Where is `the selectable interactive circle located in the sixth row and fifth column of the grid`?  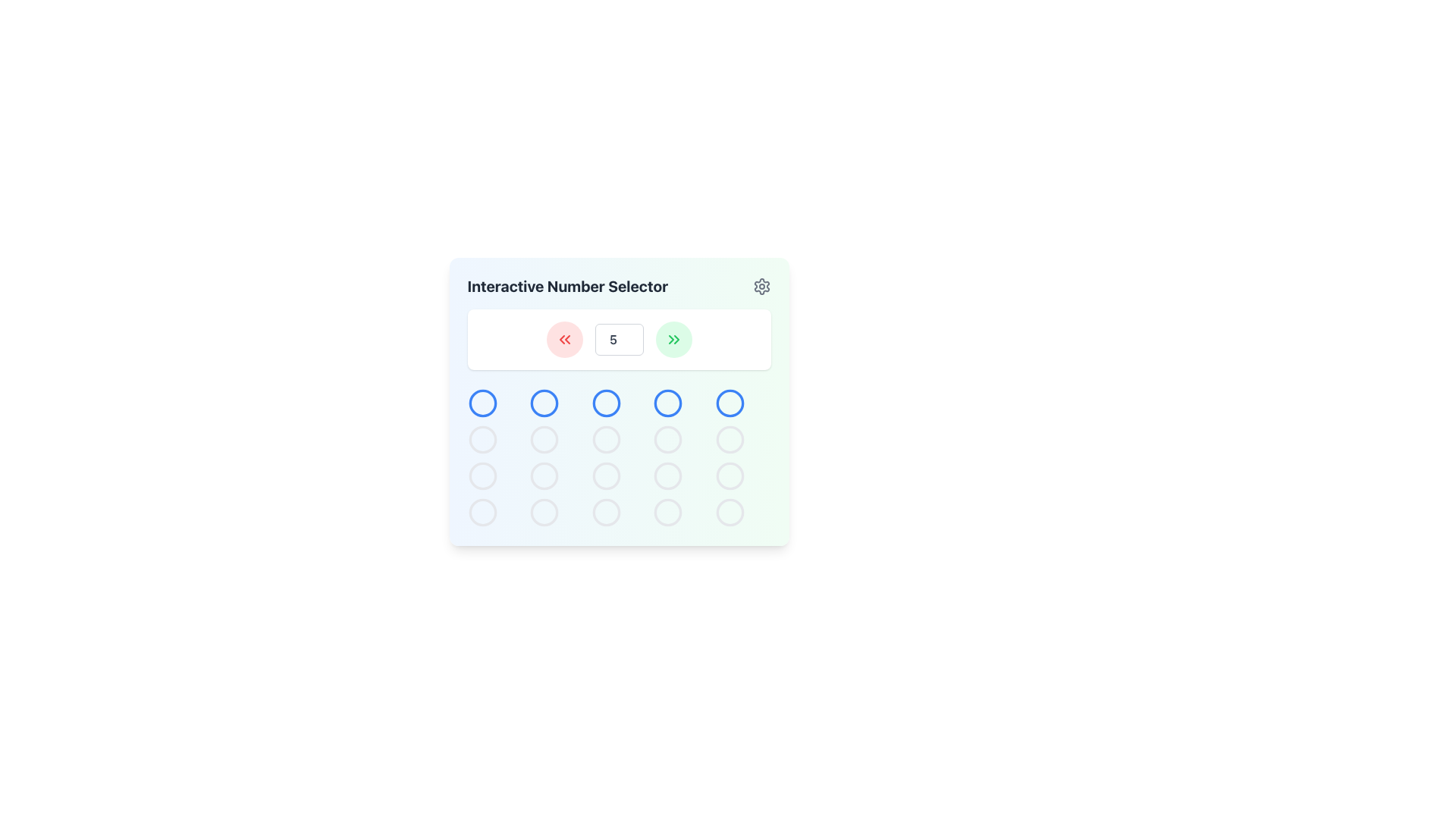 the selectable interactive circle located in the sixth row and fifth column of the grid is located at coordinates (730, 475).